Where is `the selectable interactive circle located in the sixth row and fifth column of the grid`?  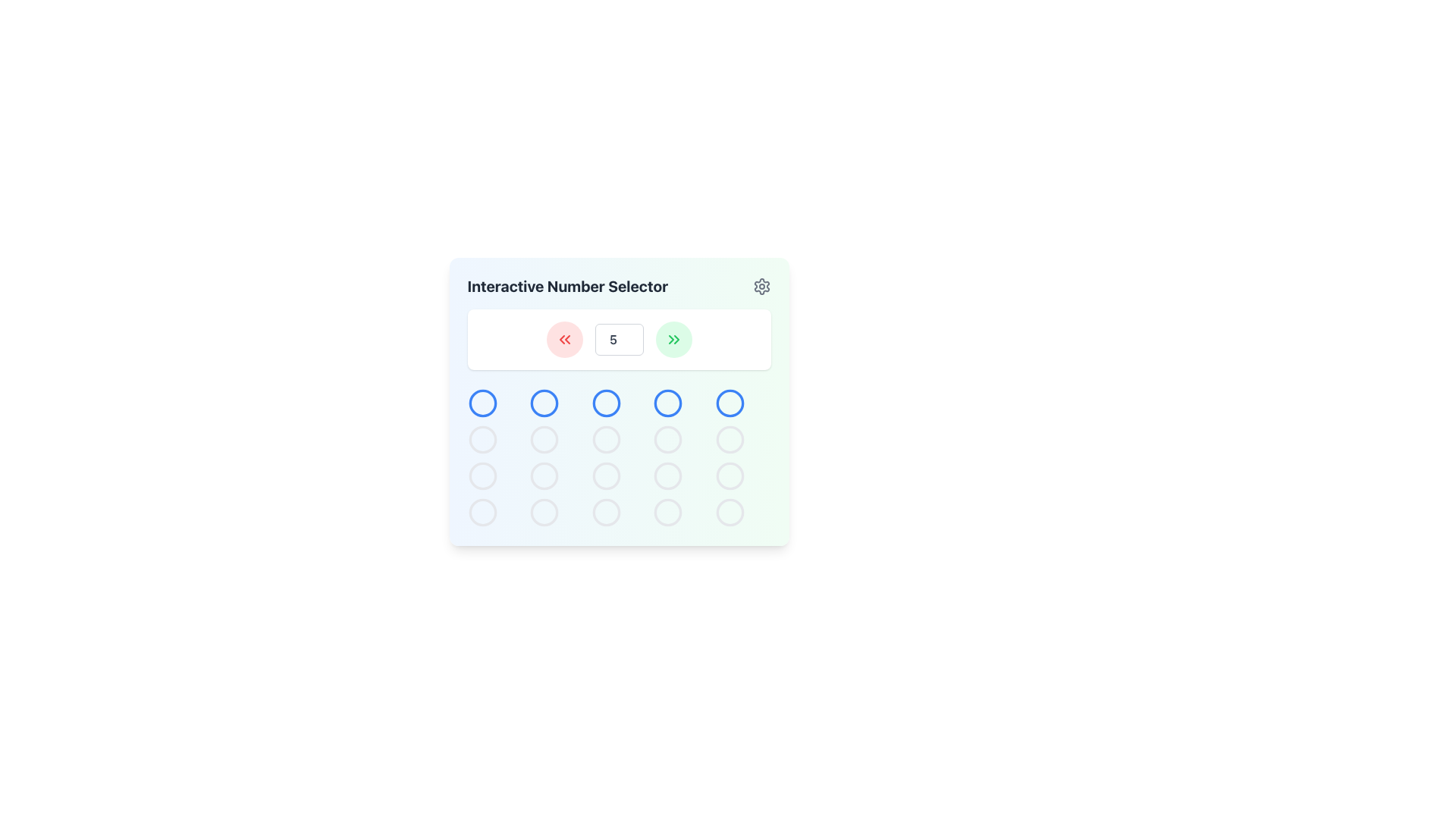 the selectable interactive circle located in the sixth row and fifth column of the grid is located at coordinates (730, 475).